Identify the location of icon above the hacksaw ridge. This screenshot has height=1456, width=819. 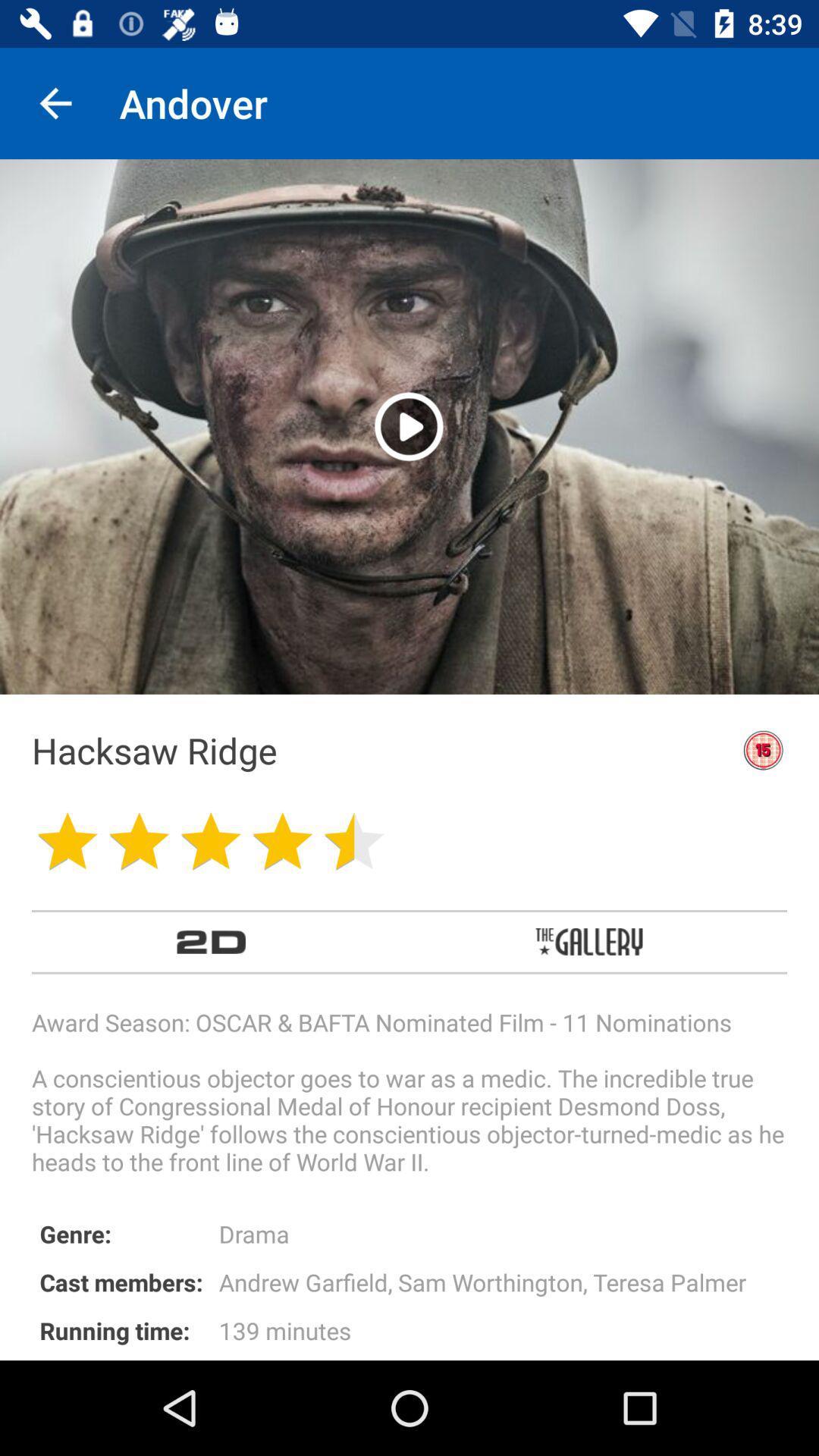
(408, 425).